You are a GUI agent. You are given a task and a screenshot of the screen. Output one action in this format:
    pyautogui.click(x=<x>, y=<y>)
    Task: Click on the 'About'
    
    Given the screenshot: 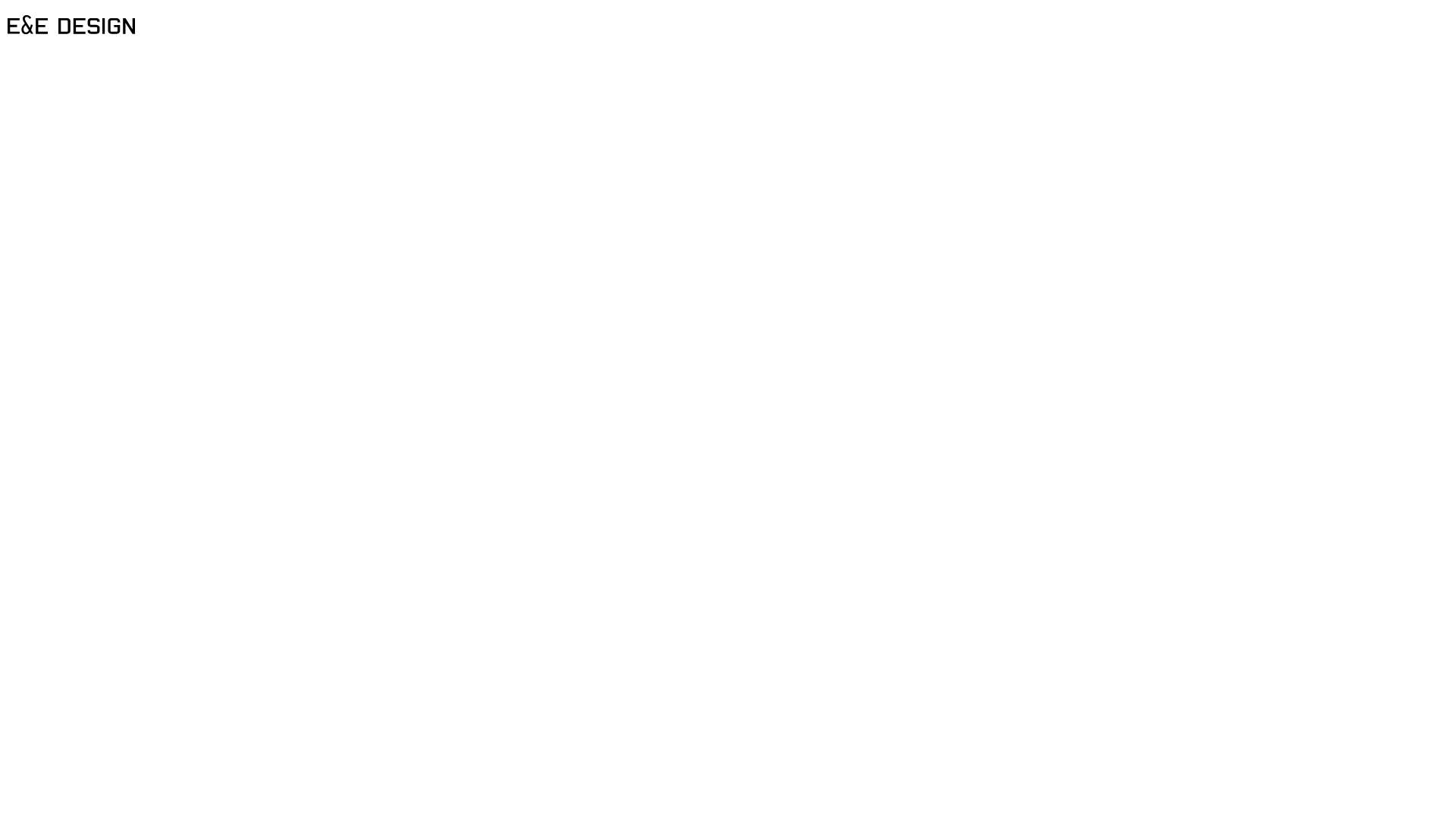 What is the action you would take?
    pyautogui.click(x=728, y=50)
    